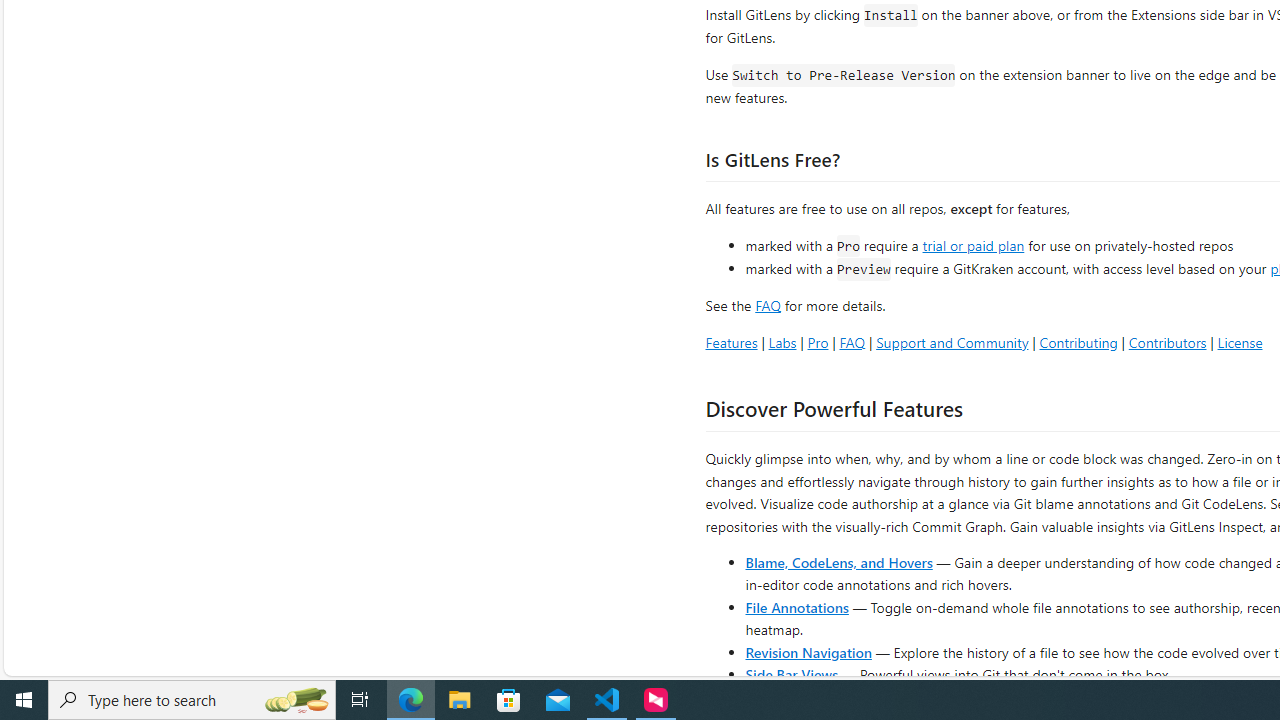 The image size is (1280, 720). I want to click on 'Blame, CodeLens, and Hovers', so click(839, 561).